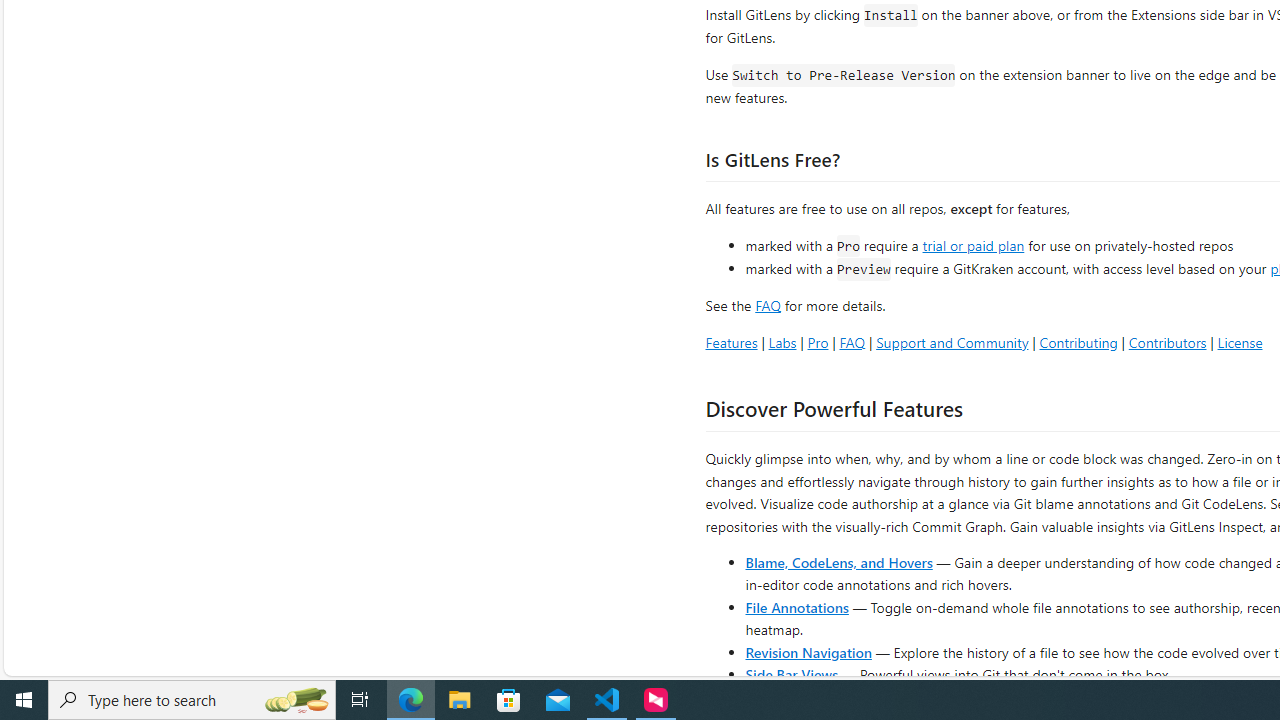 The image size is (1280, 720). I want to click on 'Blame, CodeLens, and Hovers', so click(839, 561).